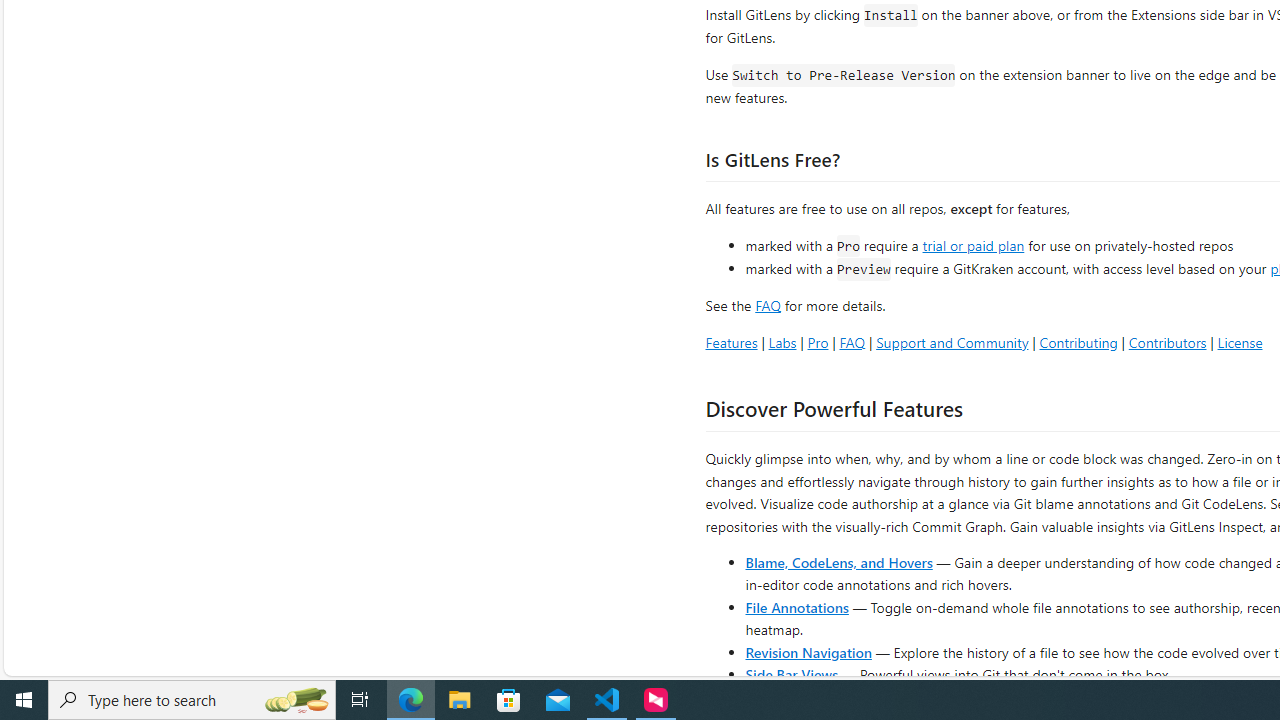 The image size is (1280, 720). I want to click on 'Blame, CodeLens, and Hovers', so click(839, 561).